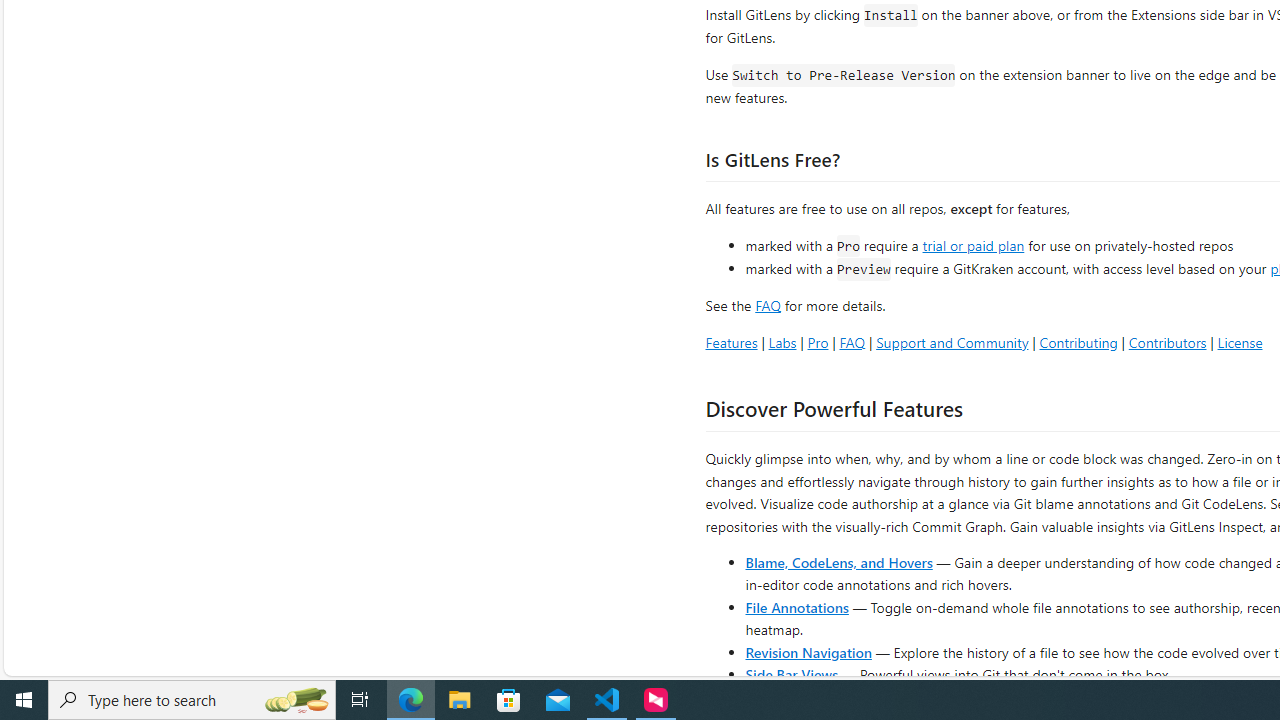 The image size is (1280, 720). I want to click on 'Blame, CodeLens, and Hovers', so click(839, 561).